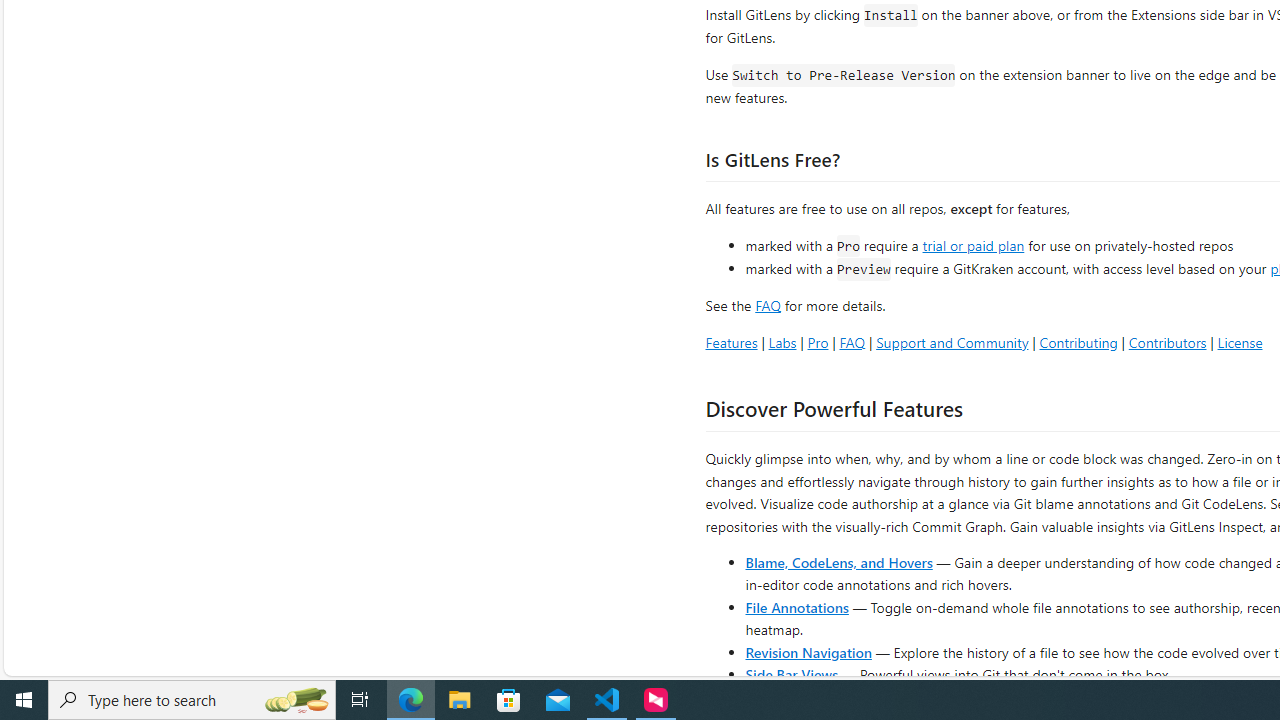 The image size is (1280, 720). I want to click on 'Blame, CodeLens, and Hovers', so click(839, 561).